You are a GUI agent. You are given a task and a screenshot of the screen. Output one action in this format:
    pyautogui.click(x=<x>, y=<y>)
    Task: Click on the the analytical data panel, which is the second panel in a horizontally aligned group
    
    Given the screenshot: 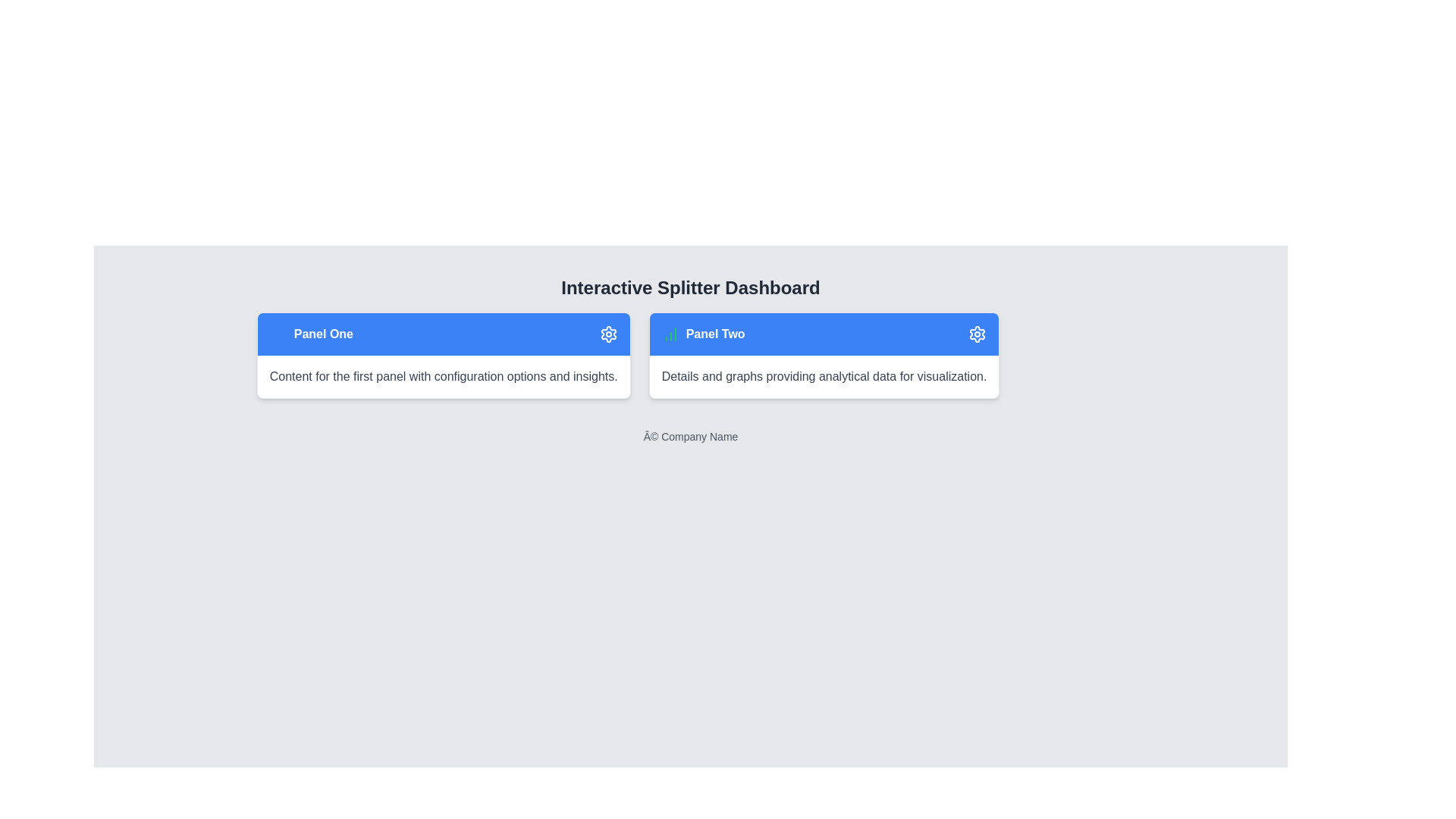 What is the action you would take?
    pyautogui.click(x=824, y=356)
    